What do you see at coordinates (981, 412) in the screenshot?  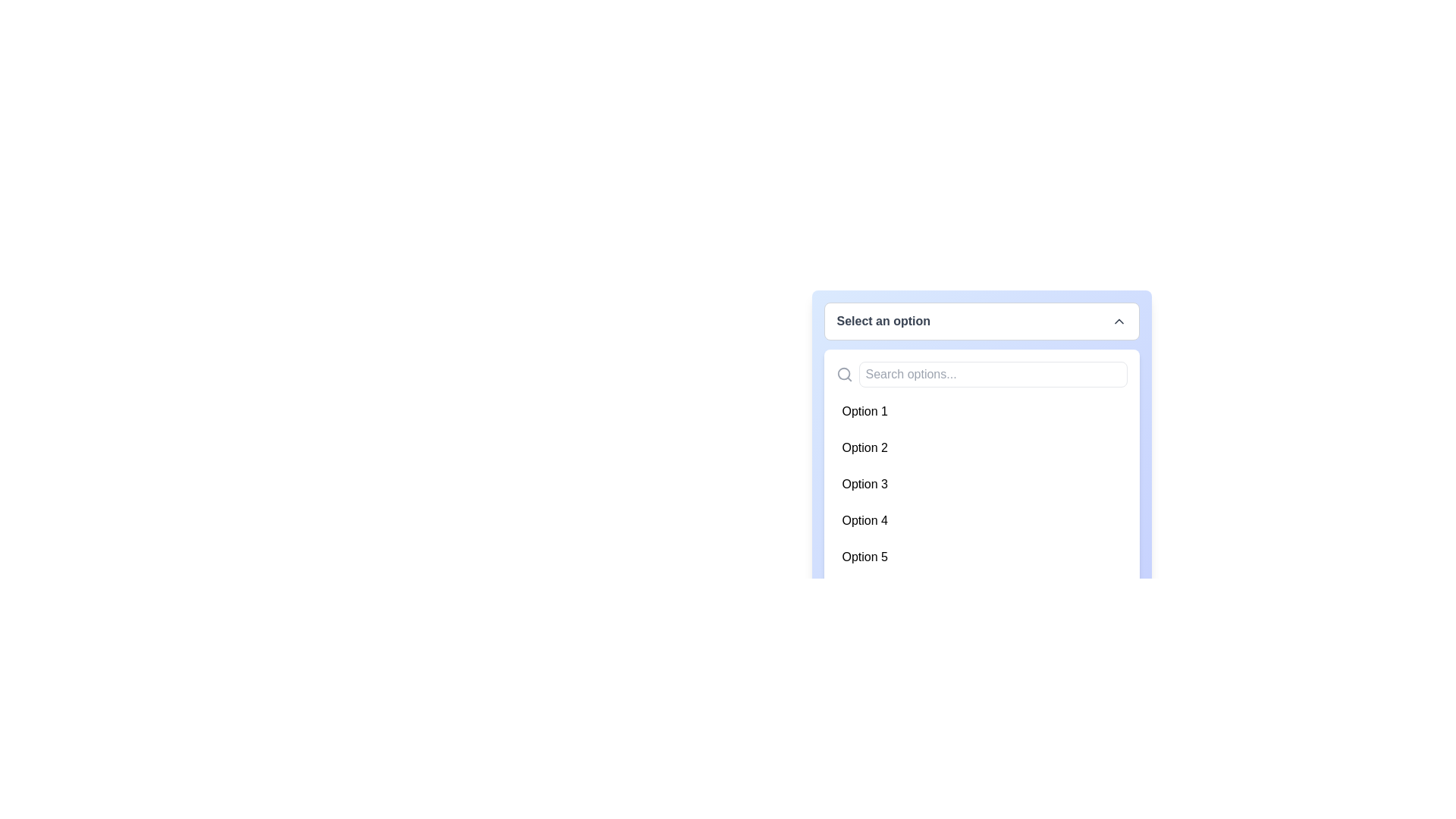 I see `the first selectable item in the dropdown menu, which represents 'Option 1'` at bounding box center [981, 412].